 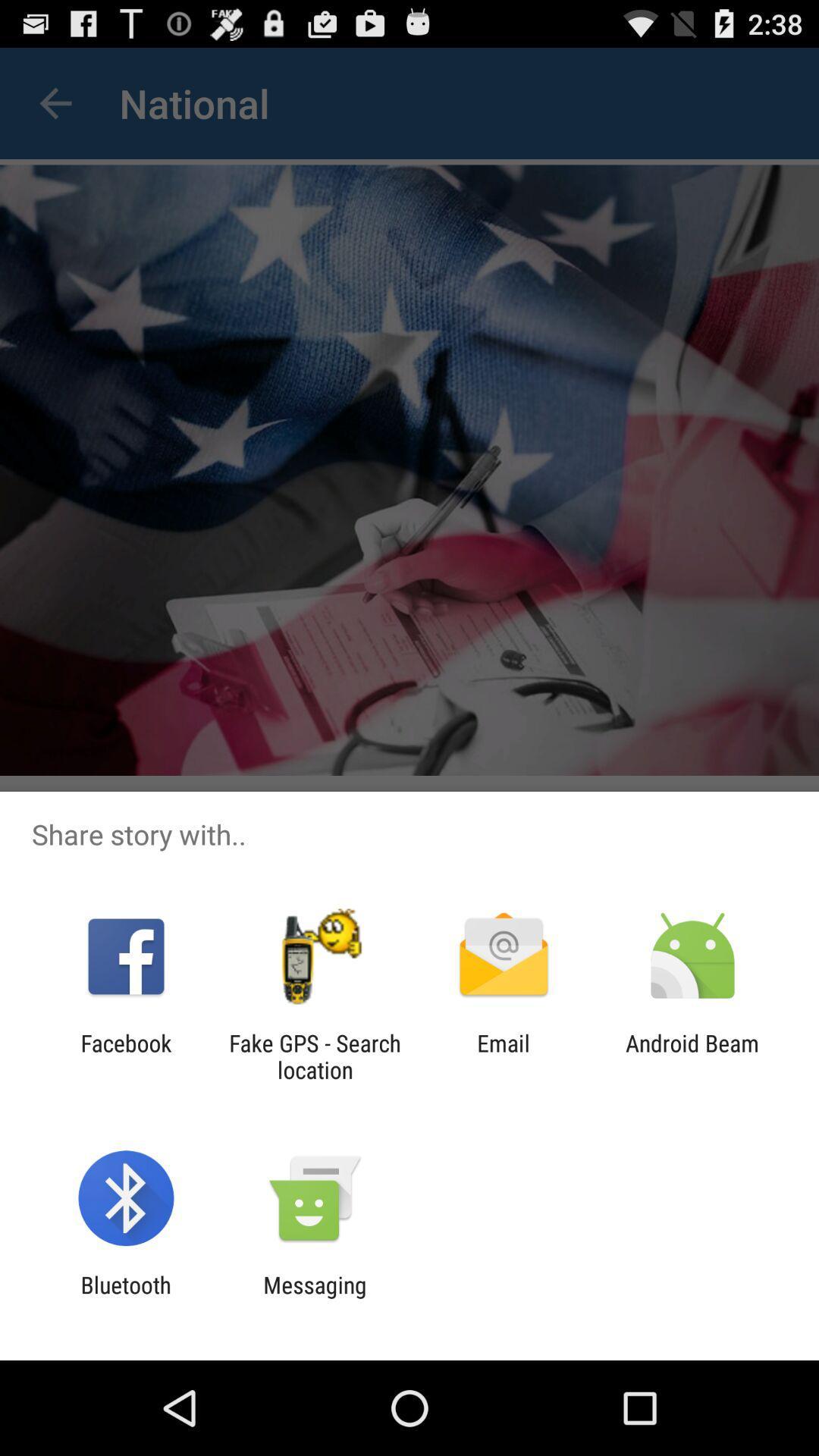 What do you see at coordinates (692, 1056) in the screenshot?
I see `the android beam` at bounding box center [692, 1056].